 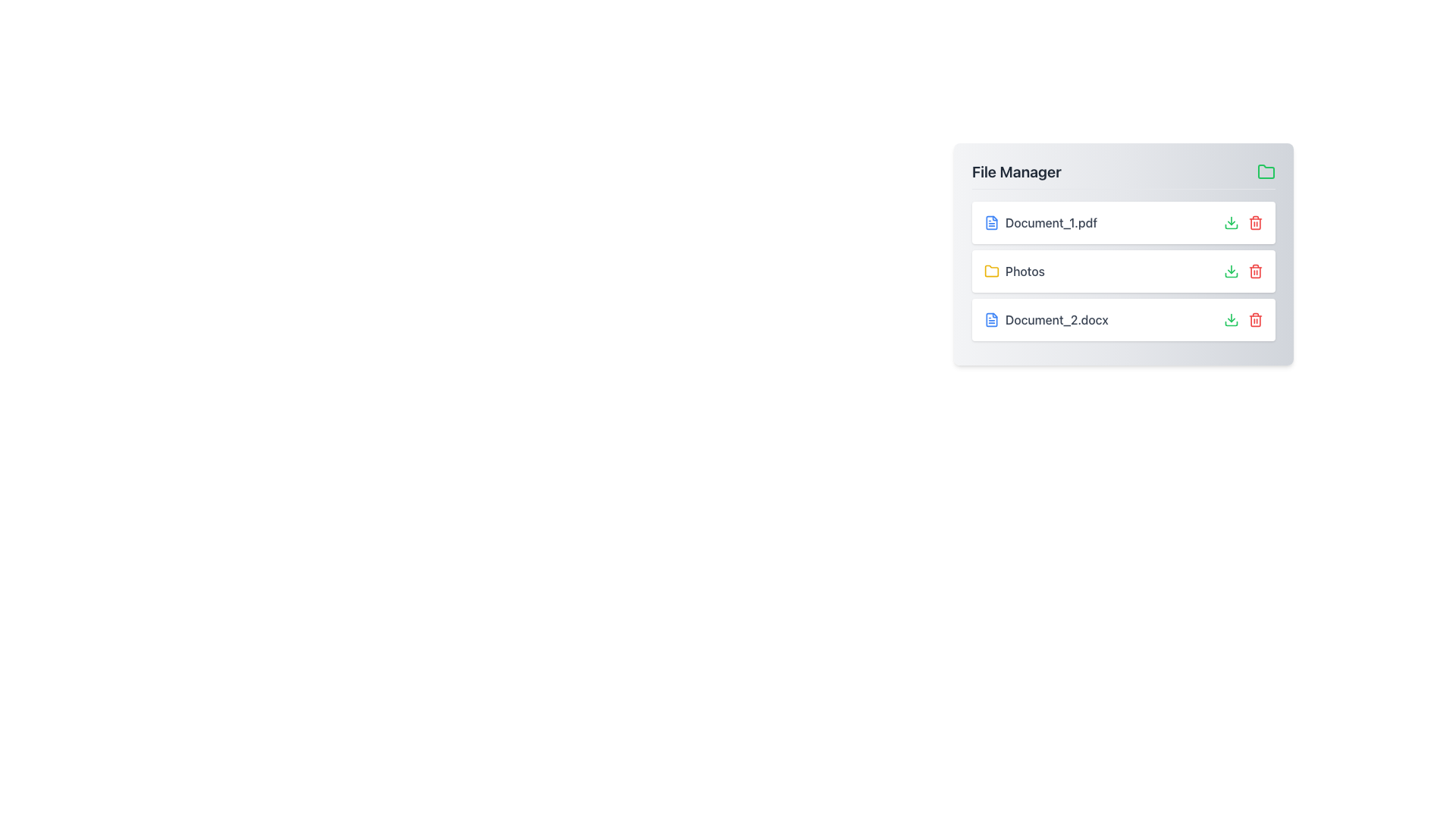 I want to click on the green download icon located to the right of the 'Photos' folder entry in the File Manager interface to download the folder, so click(x=1231, y=271).